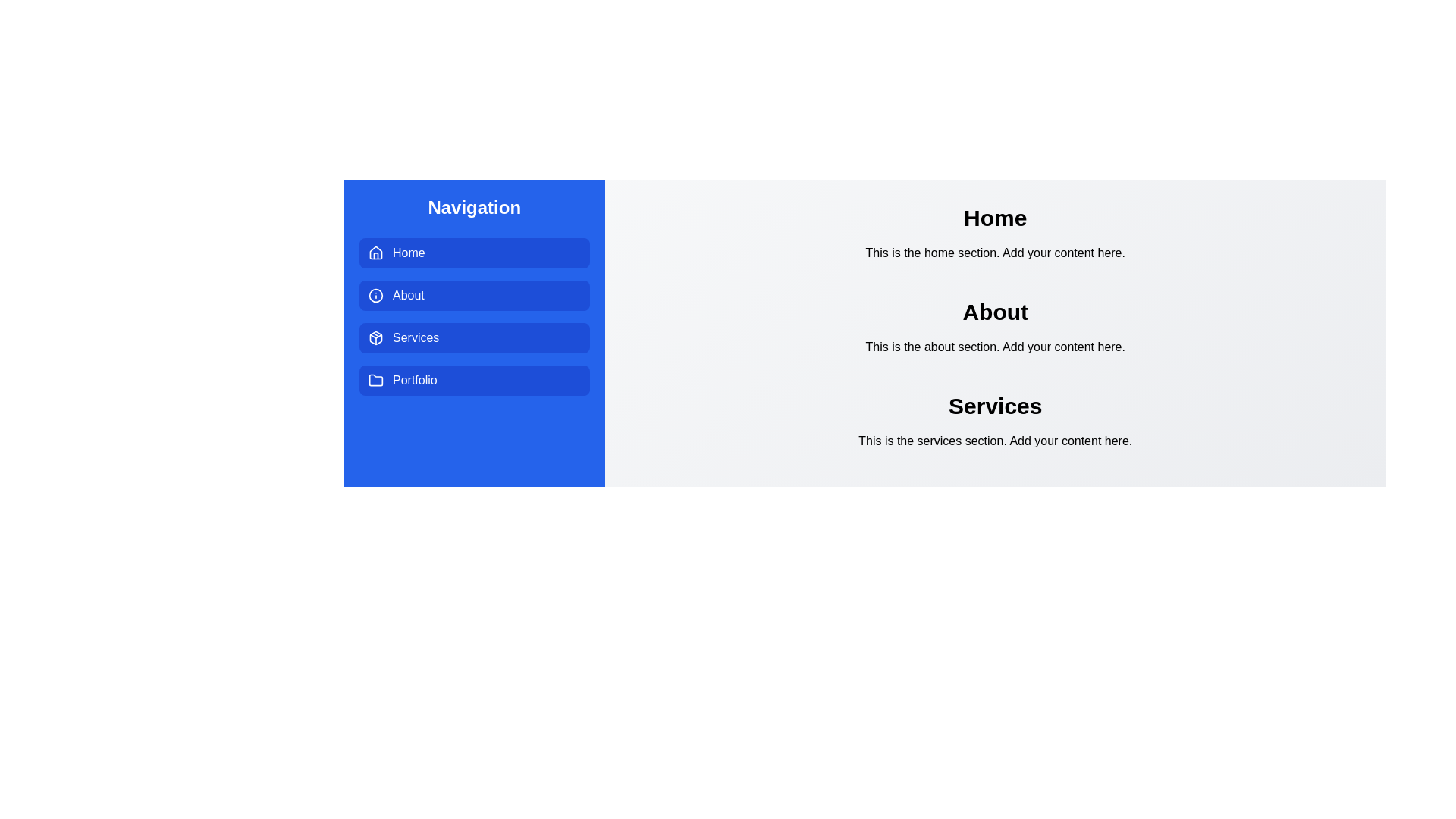 This screenshot has height=819, width=1456. What do you see at coordinates (416, 337) in the screenshot?
I see `the 'Services' text label within the navigation button located in the vertical navigation menu, which is the third item in the list` at bounding box center [416, 337].